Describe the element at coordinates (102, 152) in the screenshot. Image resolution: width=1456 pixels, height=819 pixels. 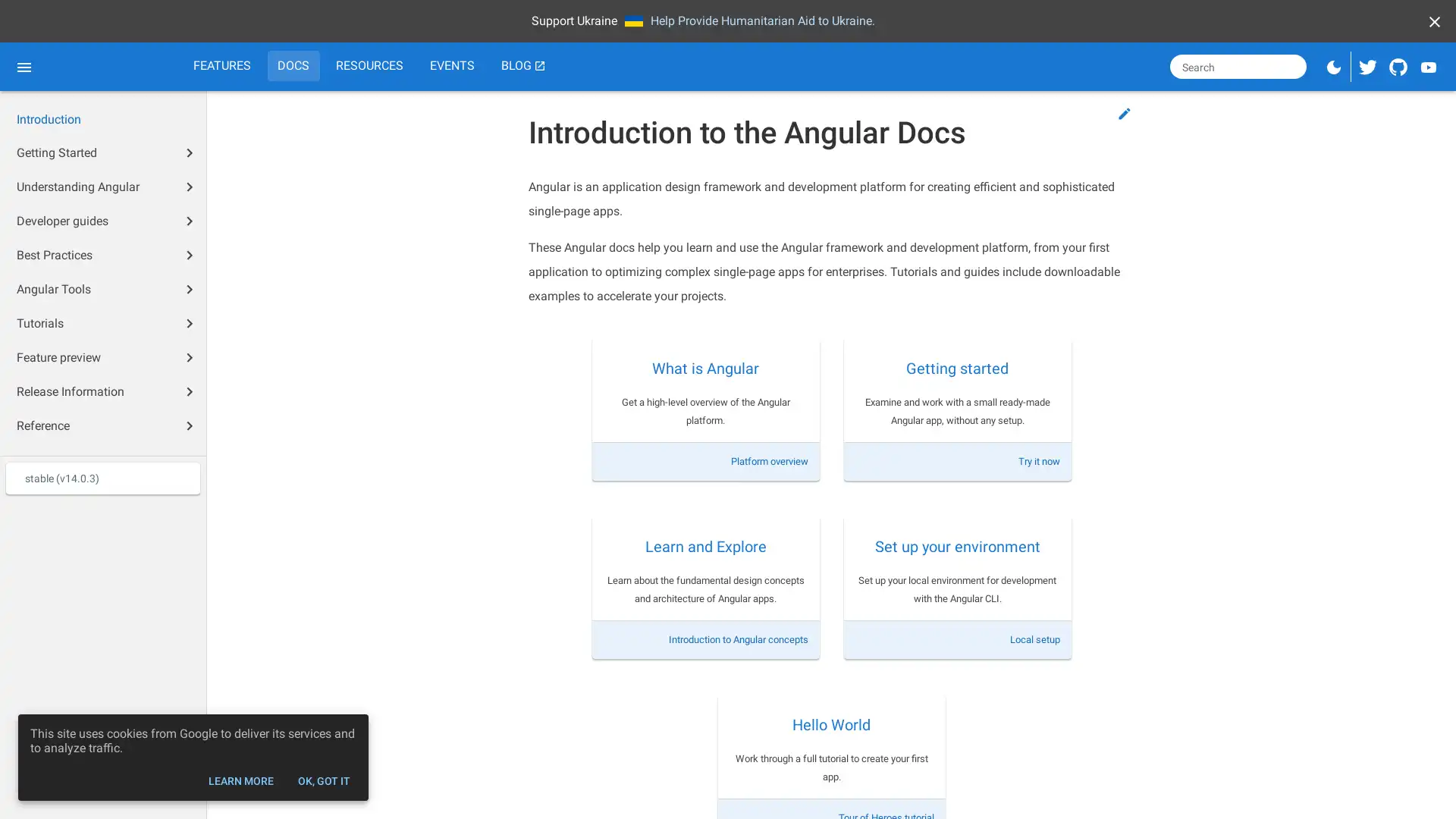
I see `Getting Started` at that location.